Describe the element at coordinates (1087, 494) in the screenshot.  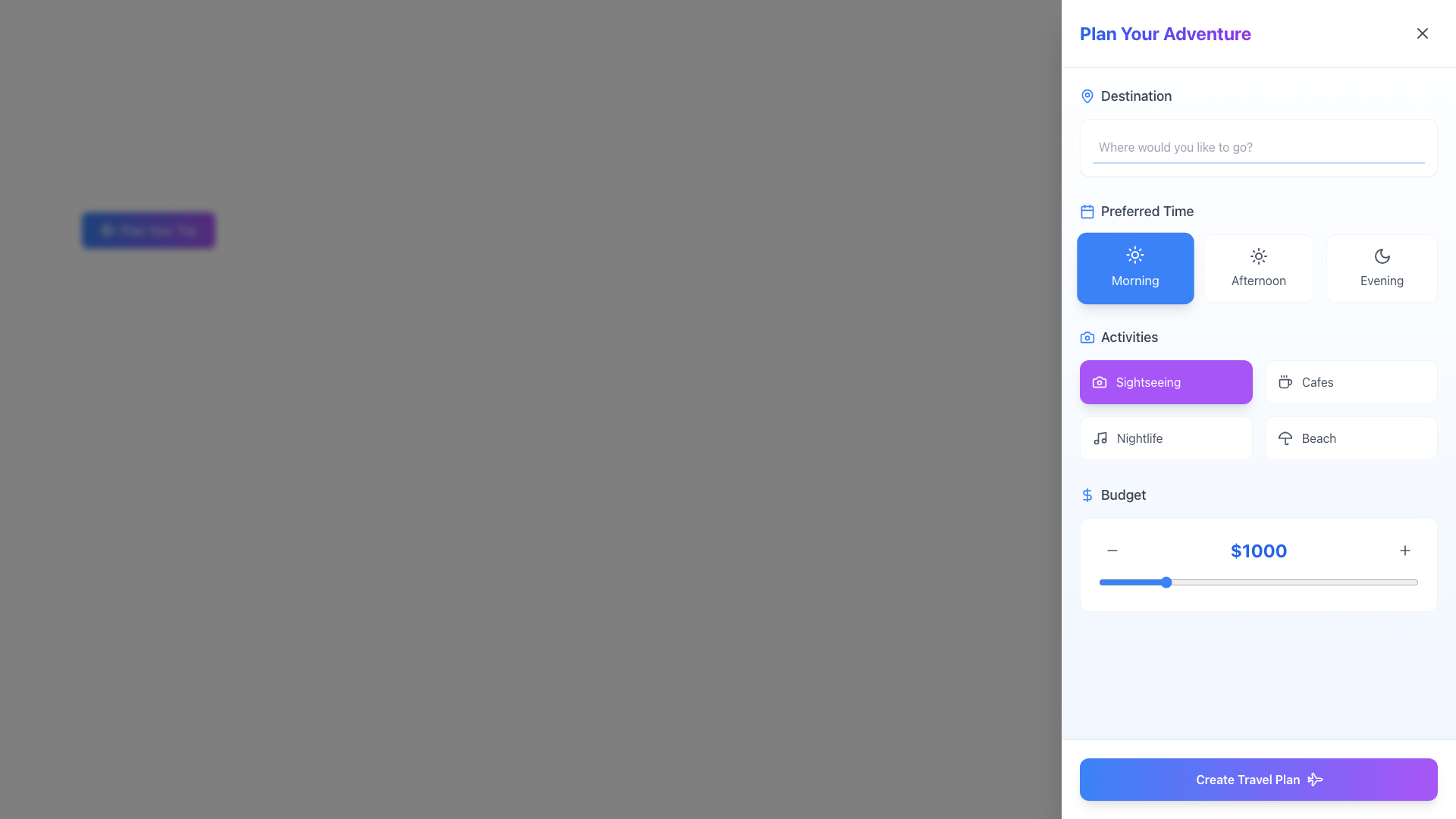
I see `the blue dollar sign icon, which is styled with a circular stroke and located to the left of the 'Budget' text in the lower sidebar region of the interface` at that location.